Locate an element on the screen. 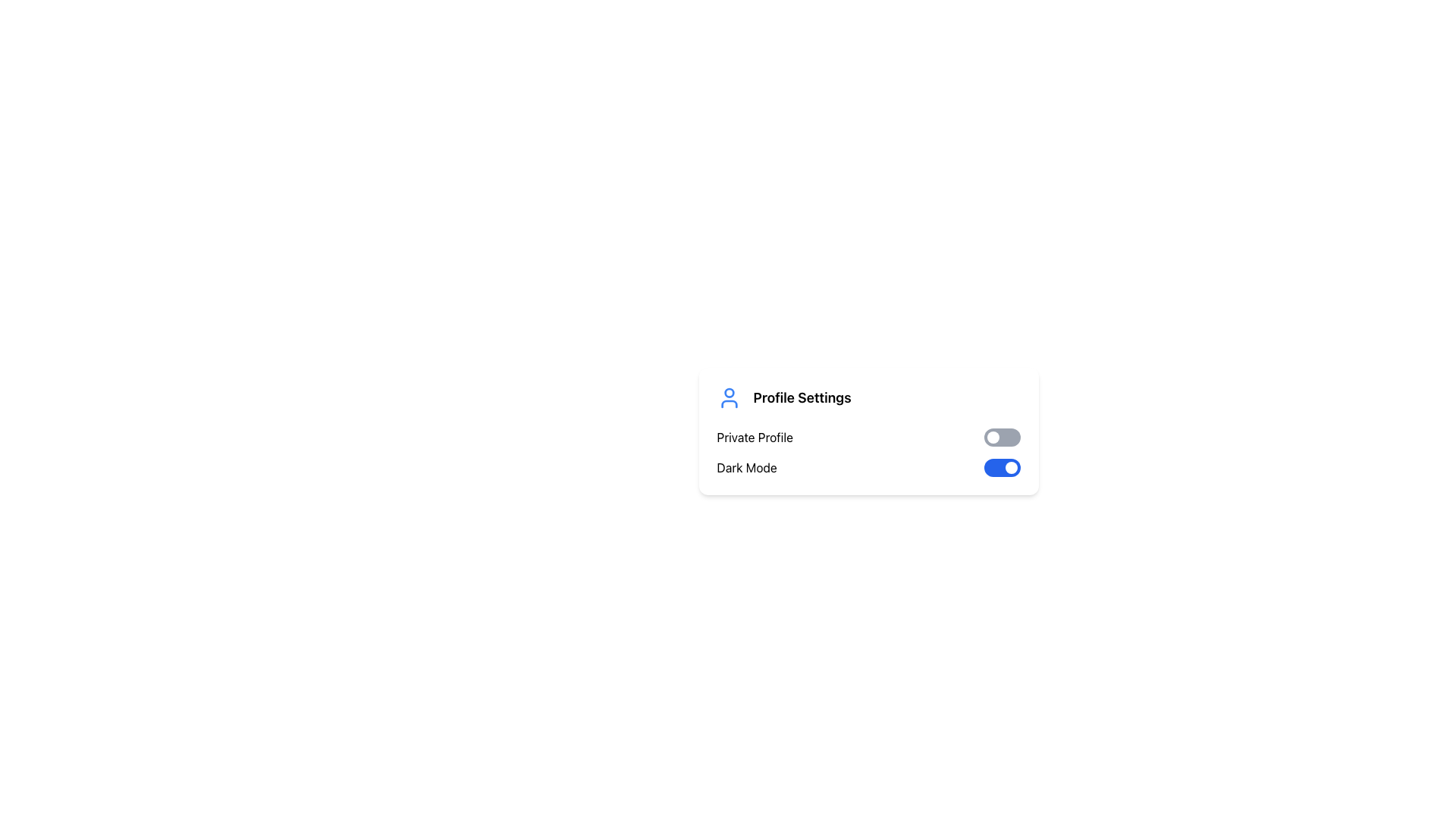  the toggle switch for 'Private Profile' to change its state, located in the top-right portion of the settings panel is located at coordinates (1002, 438).